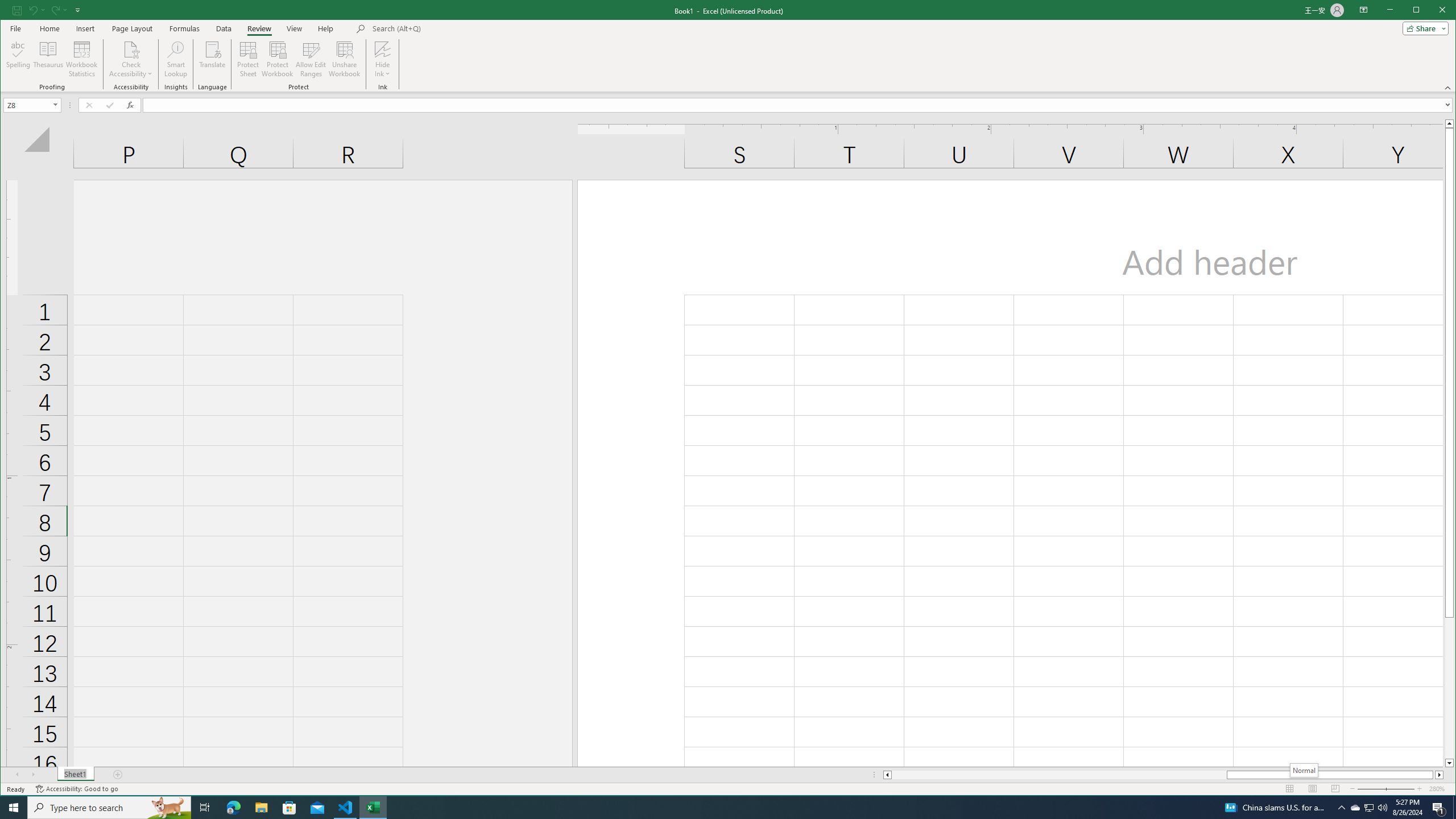 This screenshot has width=1456, height=819. I want to click on 'Task View', so click(204, 806).